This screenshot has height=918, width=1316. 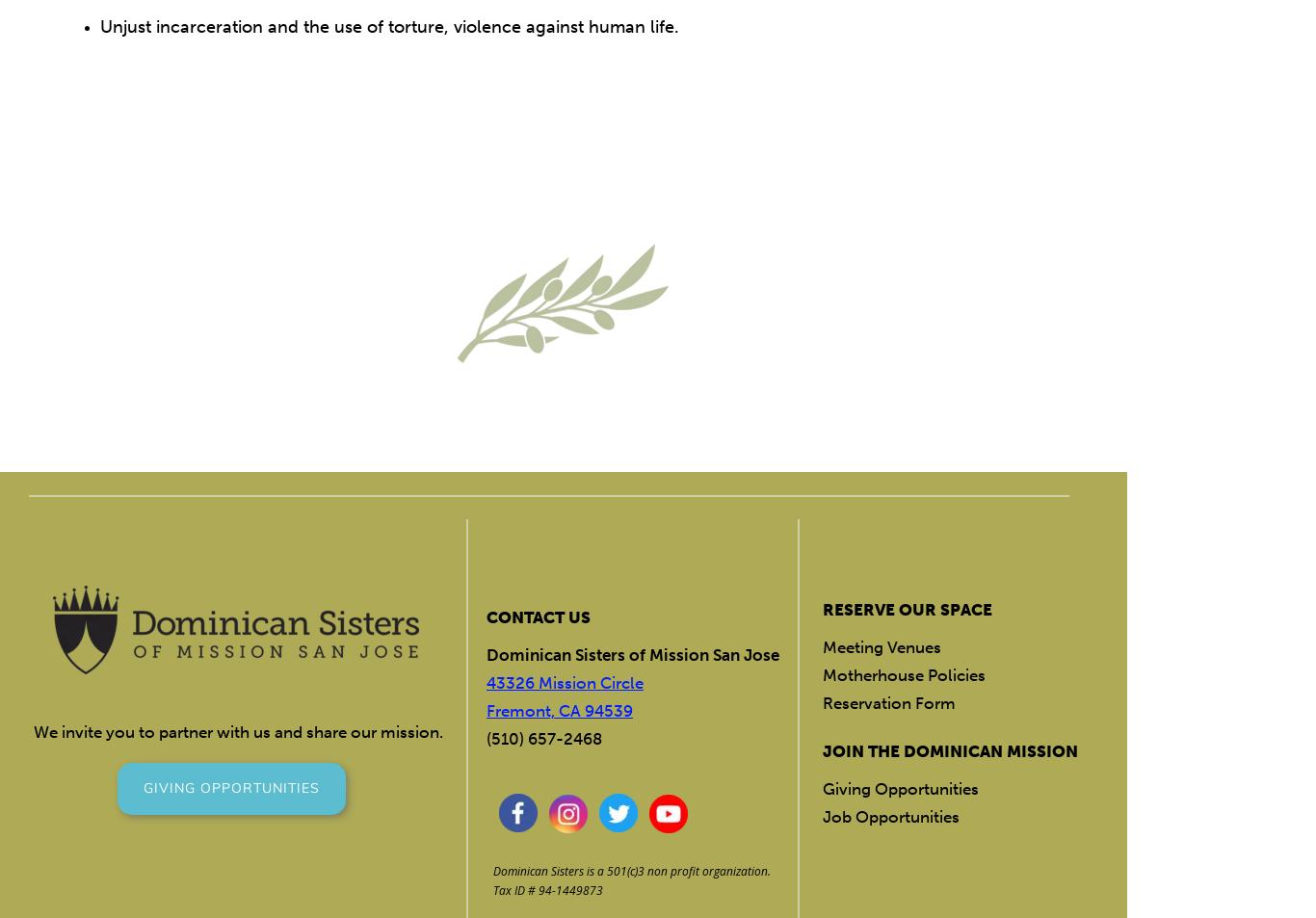 What do you see at coordinates (547, 890) in the screenshot?
I see `'Tax ID # 94-1449873'` at bounding box center [547, 890].